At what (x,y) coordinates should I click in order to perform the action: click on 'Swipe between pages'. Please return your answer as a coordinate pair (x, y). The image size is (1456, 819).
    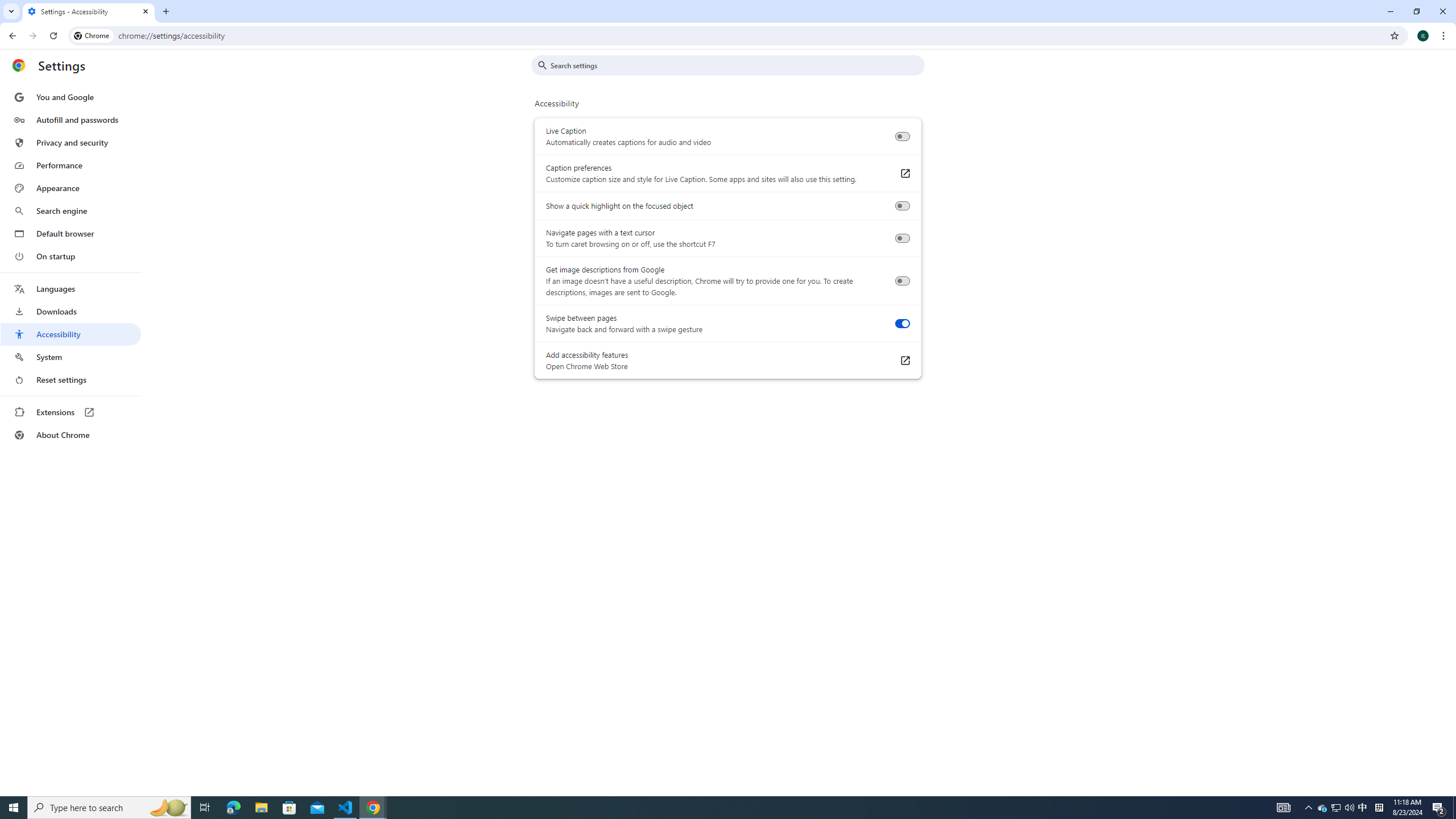
    Looking at the image, I should click on (901, 323).